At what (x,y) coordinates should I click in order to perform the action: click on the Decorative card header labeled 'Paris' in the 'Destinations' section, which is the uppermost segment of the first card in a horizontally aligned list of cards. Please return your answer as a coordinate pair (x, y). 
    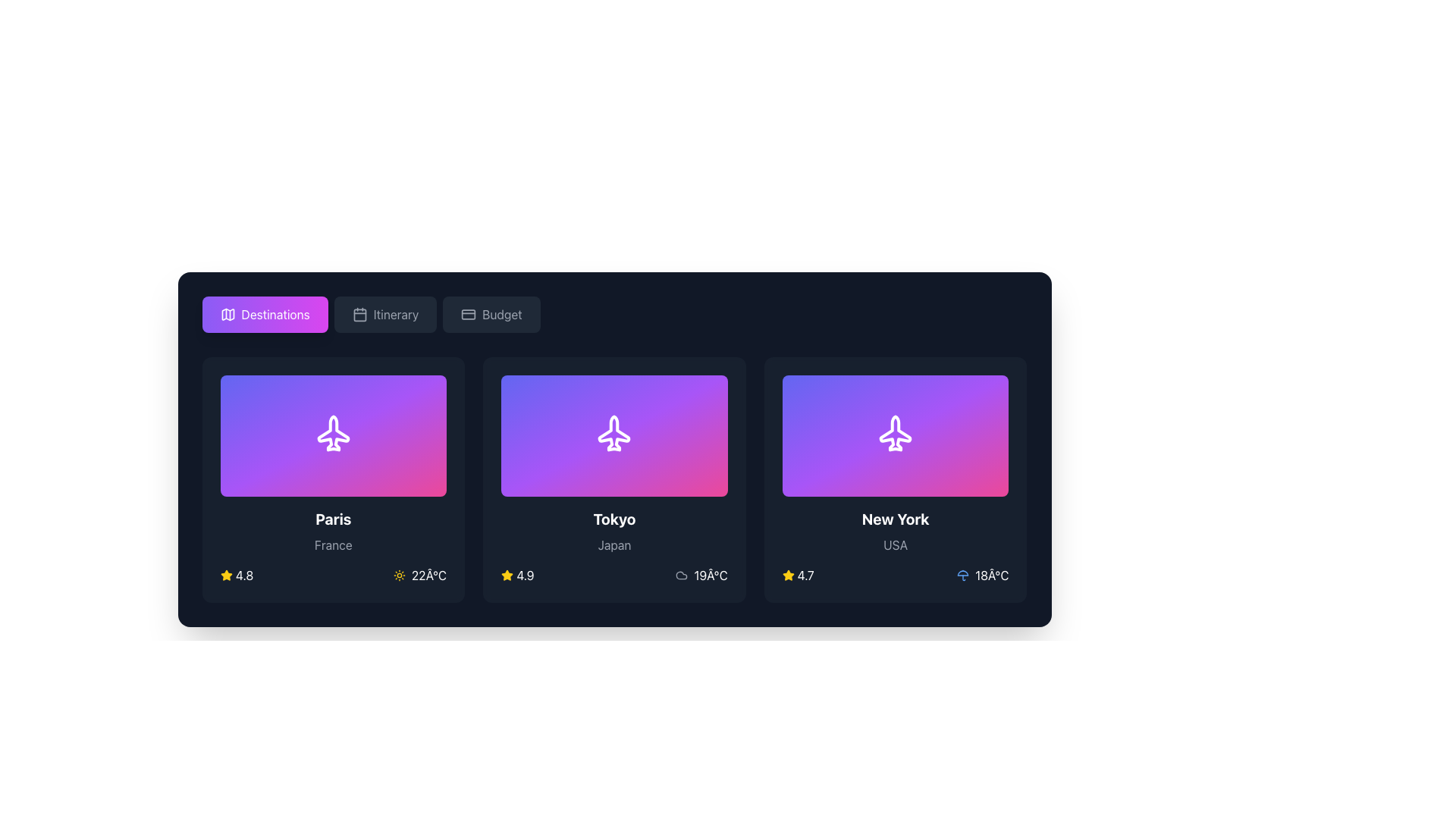
    Looking at the image, I should click on (332, 435).